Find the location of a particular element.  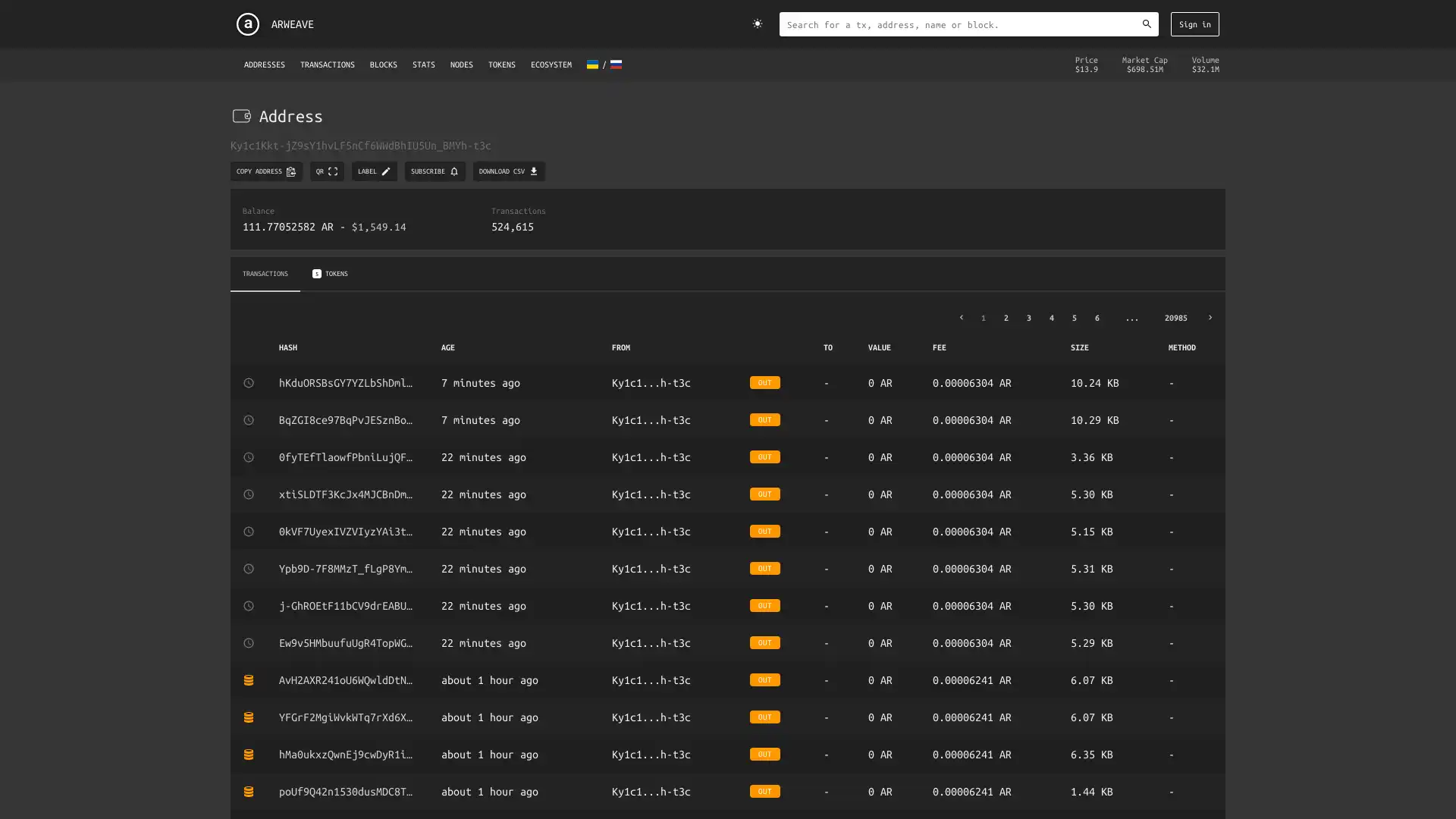

Page 20985 is located at coordinates (1175, 315).